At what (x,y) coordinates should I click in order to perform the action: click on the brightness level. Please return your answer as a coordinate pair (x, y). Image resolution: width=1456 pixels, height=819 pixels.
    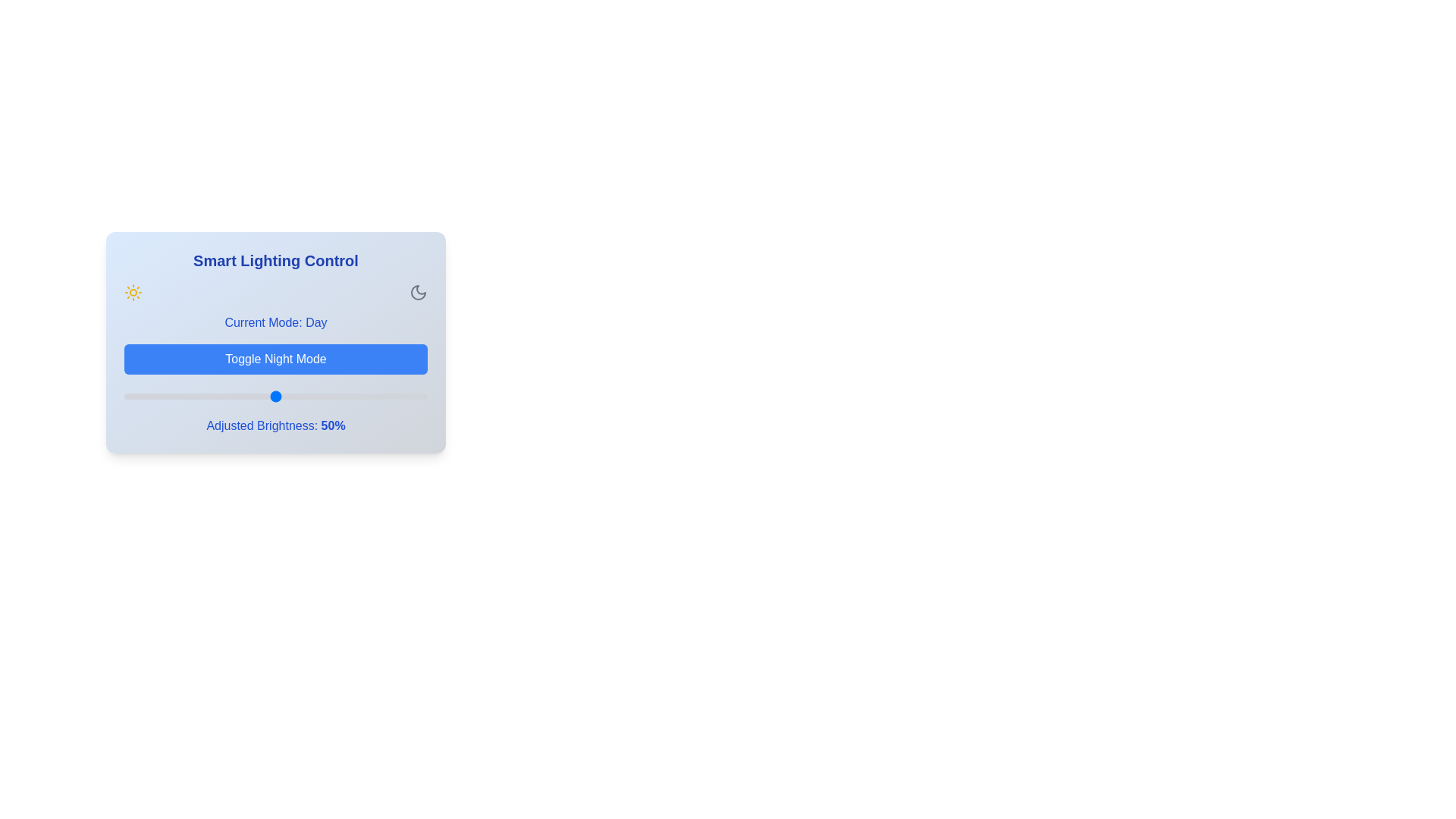
    Looking at the image, I should click on (187, 396).